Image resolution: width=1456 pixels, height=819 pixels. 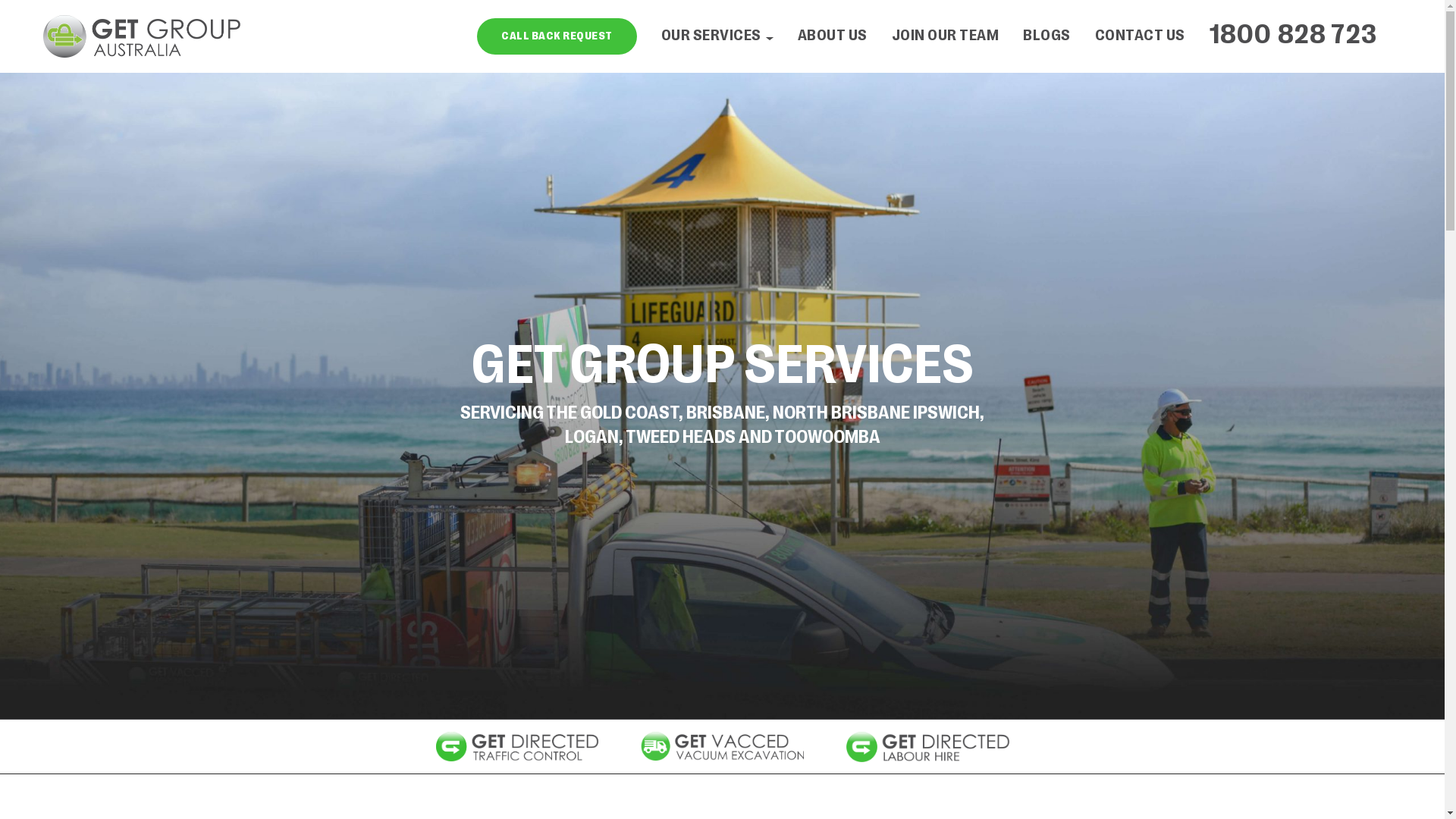 What do you see at coordinates (1046, 35) in the screenshot?
I see `'BLOGS'` at bounding box center [1046, 35].